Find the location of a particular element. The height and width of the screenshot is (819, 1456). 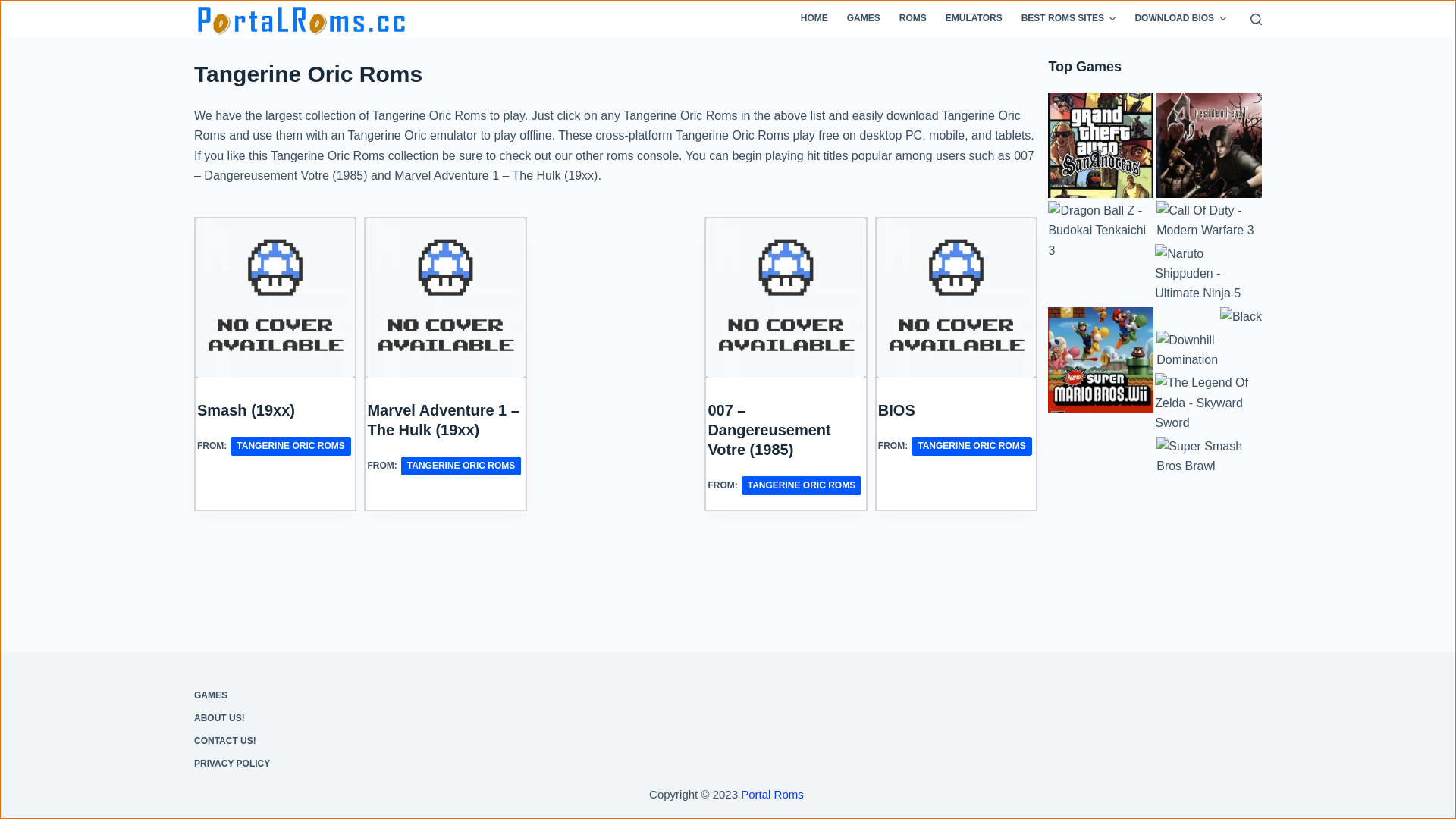

'EMULATORS' is located at coordinates (934, 18).